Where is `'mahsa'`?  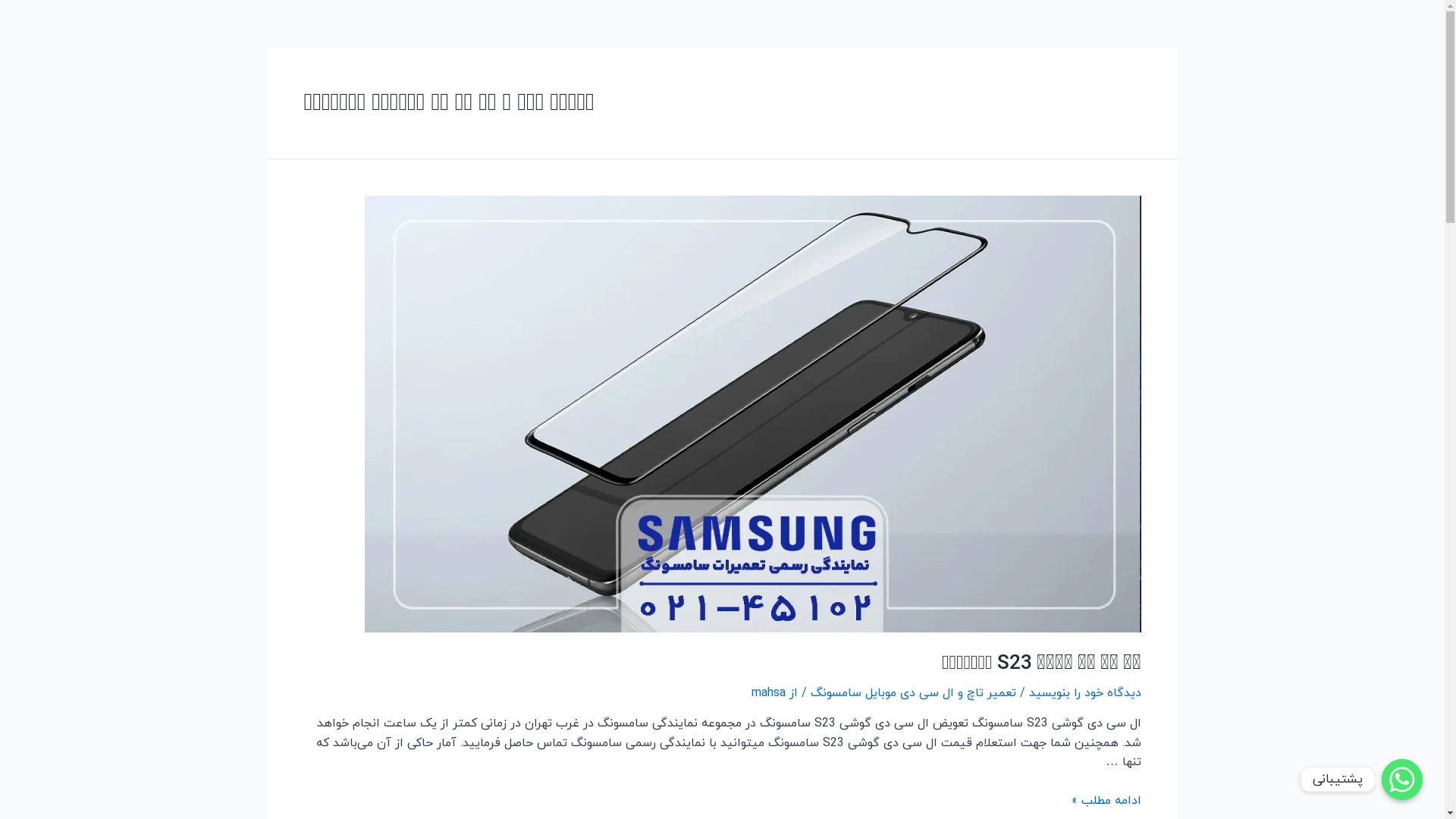 'mahsa' is located at coordinates (767, 693).